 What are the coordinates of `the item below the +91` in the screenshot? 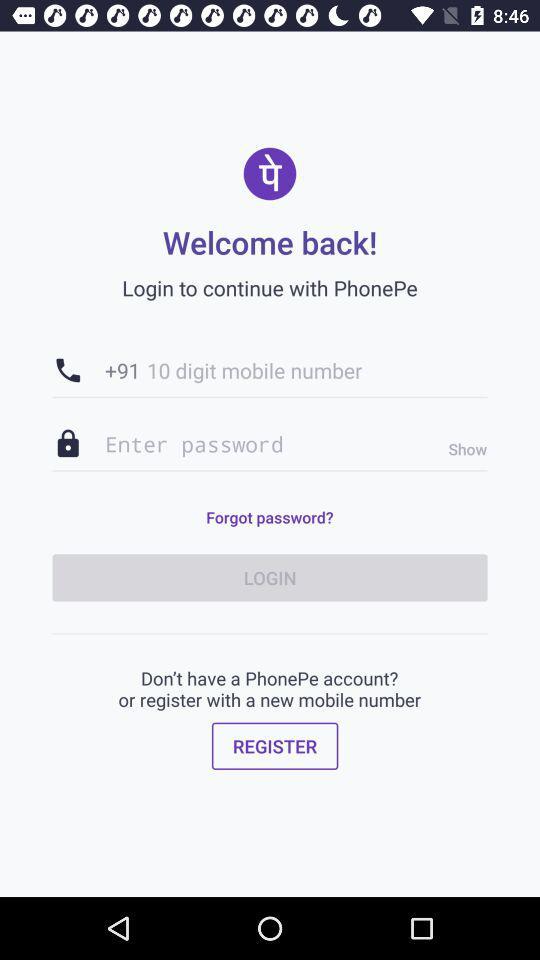 It's located at (270, 444).